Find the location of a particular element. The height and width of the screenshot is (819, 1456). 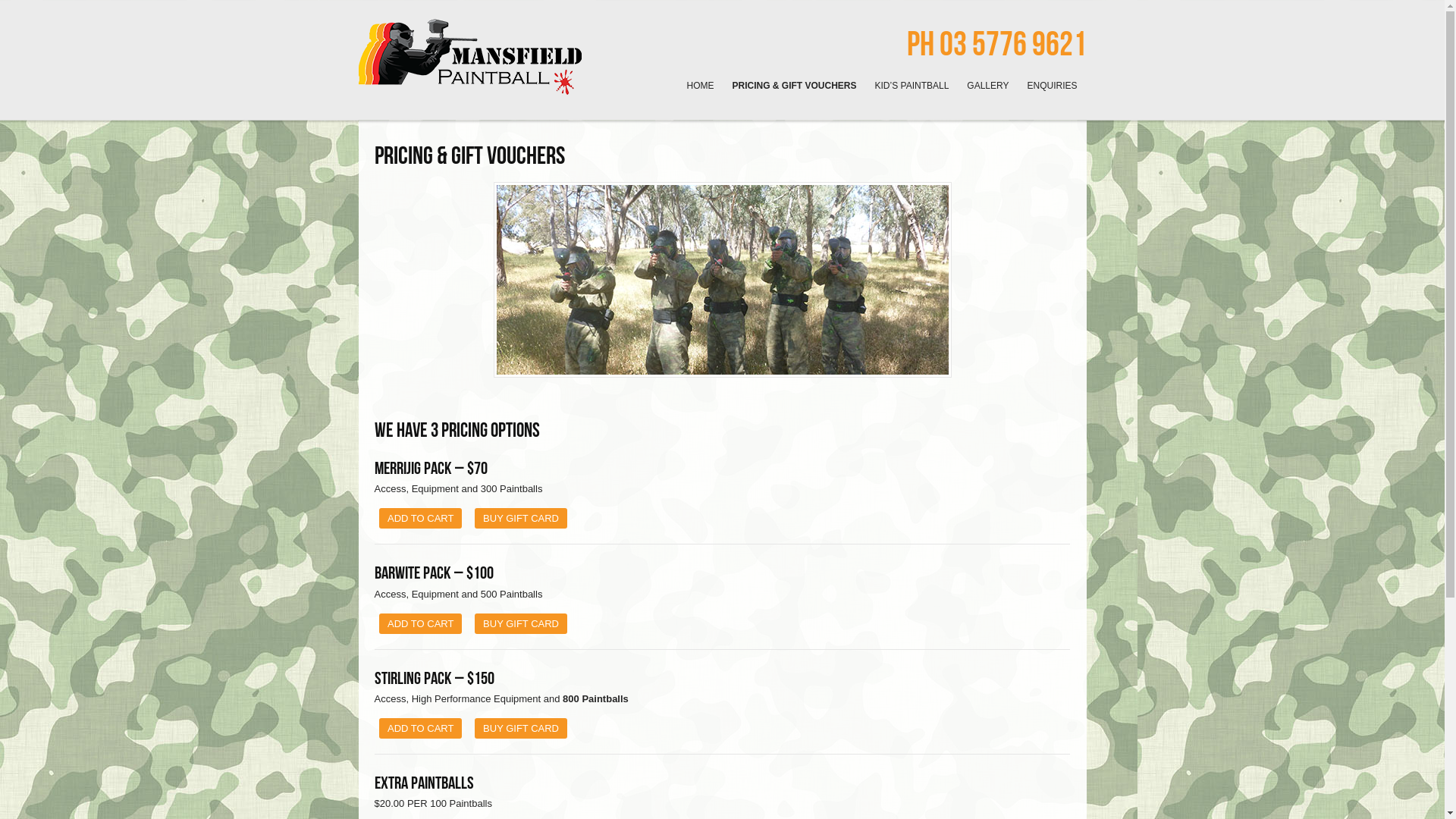

'Fun and affordable Paintball games in the high country!' is located at coordinates (469, 87).